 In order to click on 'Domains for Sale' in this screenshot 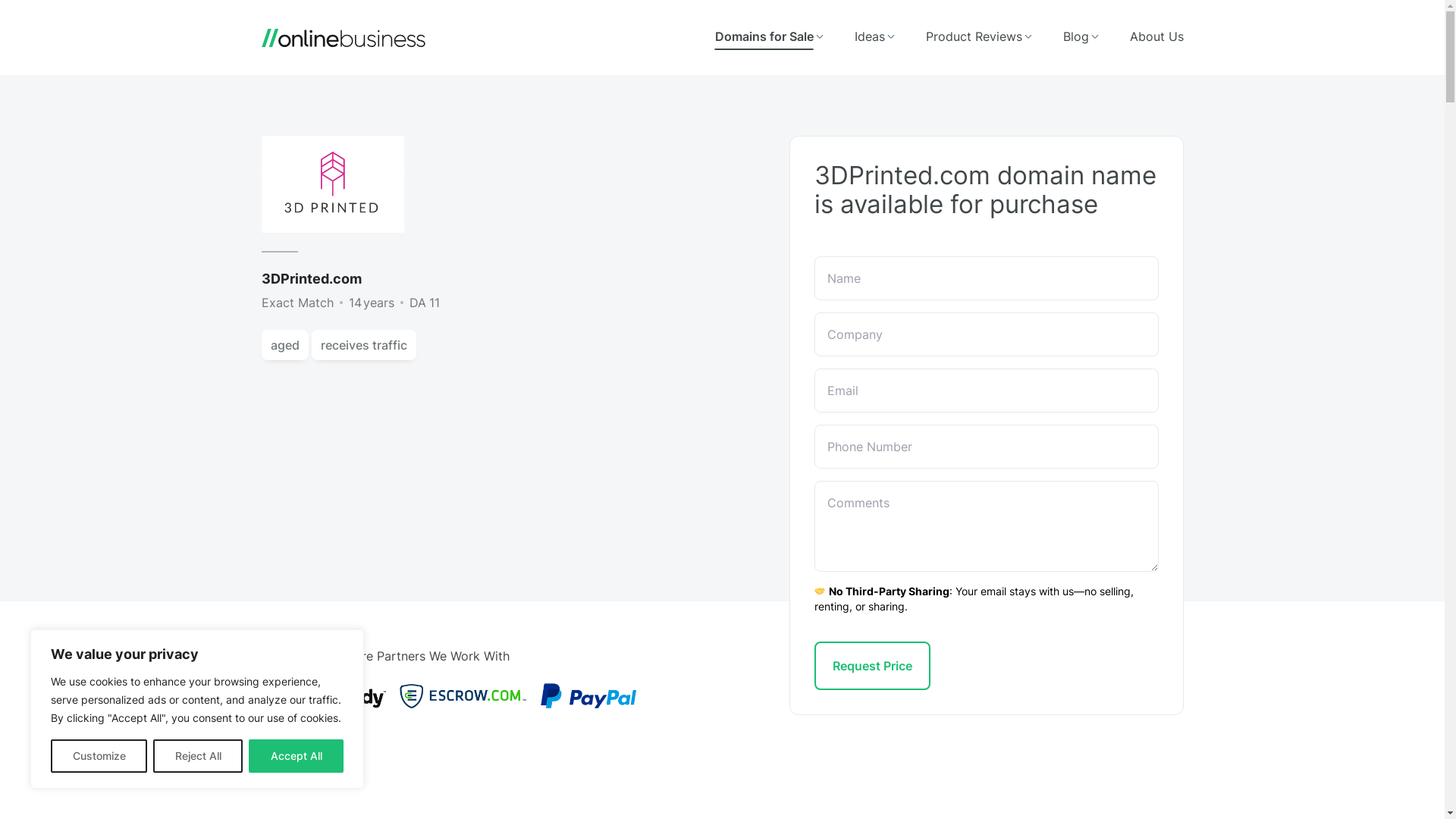, I will do `click(768, 36)`.